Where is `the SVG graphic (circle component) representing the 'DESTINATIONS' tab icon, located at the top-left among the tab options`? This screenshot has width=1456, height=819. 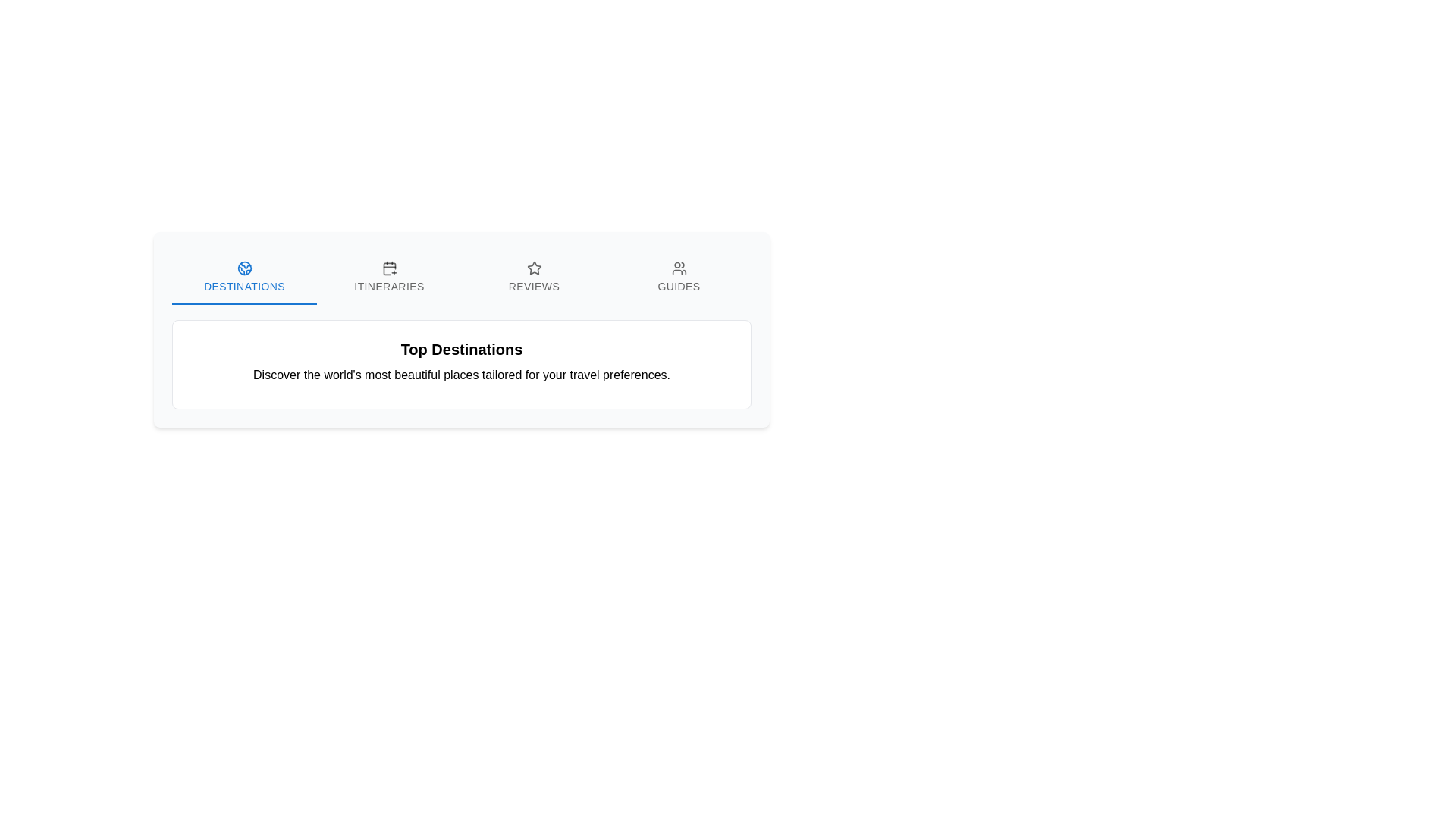
the SVG graphic (circle component) representing the 'DESTINATIONS' tab icon, located at the top-left among the tab options is located at coordinates (244, 268).